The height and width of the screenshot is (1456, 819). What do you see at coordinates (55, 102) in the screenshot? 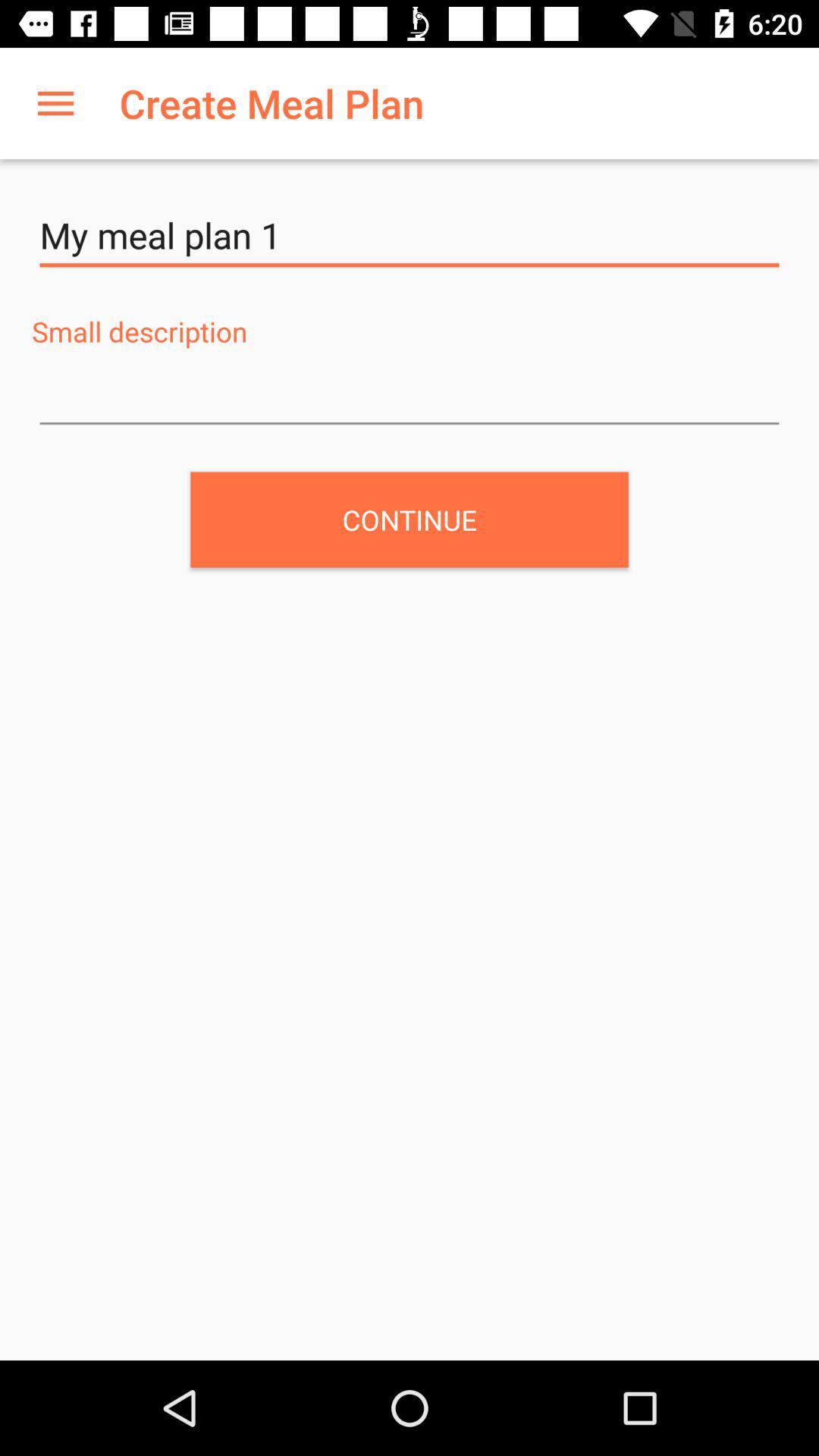
I see `icon to the left of the create meal plan app` at bounding box center [55, 102].